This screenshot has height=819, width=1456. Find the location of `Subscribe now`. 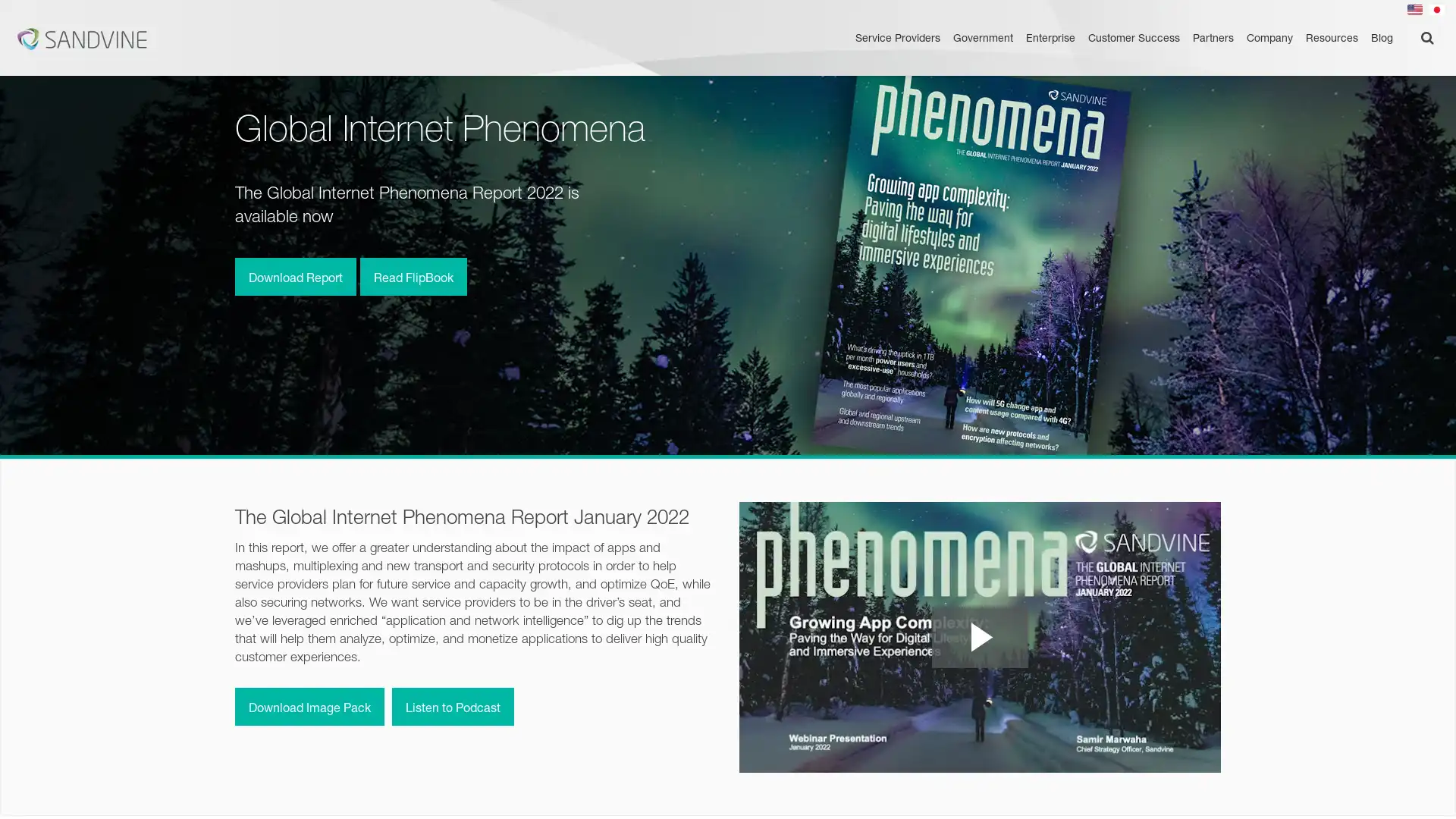

Subscribe now is located at coordinates (1295, 789).